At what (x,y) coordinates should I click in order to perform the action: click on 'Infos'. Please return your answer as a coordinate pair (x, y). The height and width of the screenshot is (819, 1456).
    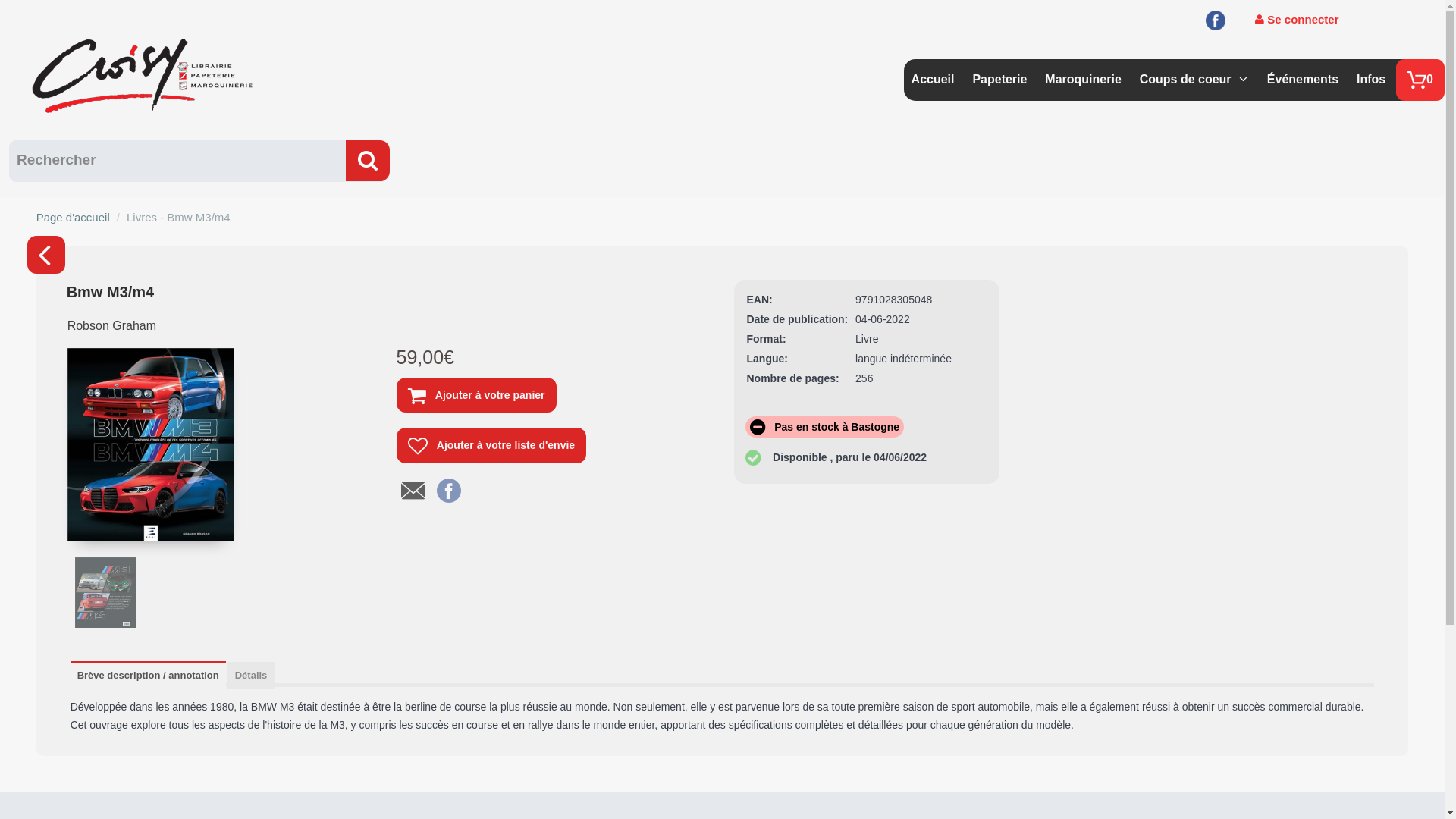
    Looking at the image, I should click on (1371, 74).